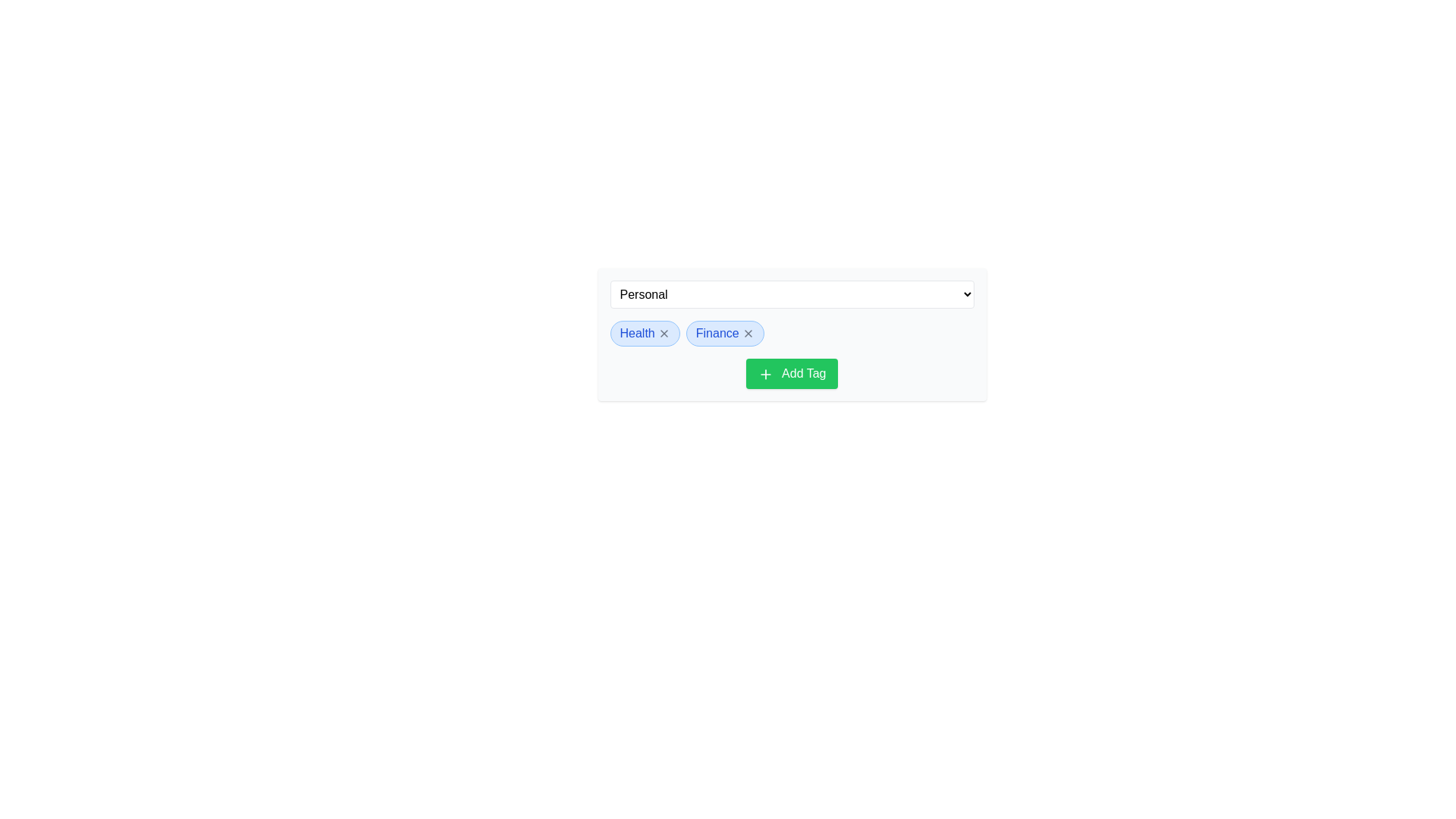 Image resolution: width=1456 pixels, height=819 pixels. Describe the element at coordinates (664, 332) in the screenshot. I see `the interactive close button located to the far right within the 'Health' tag to change its color to red` at that location.